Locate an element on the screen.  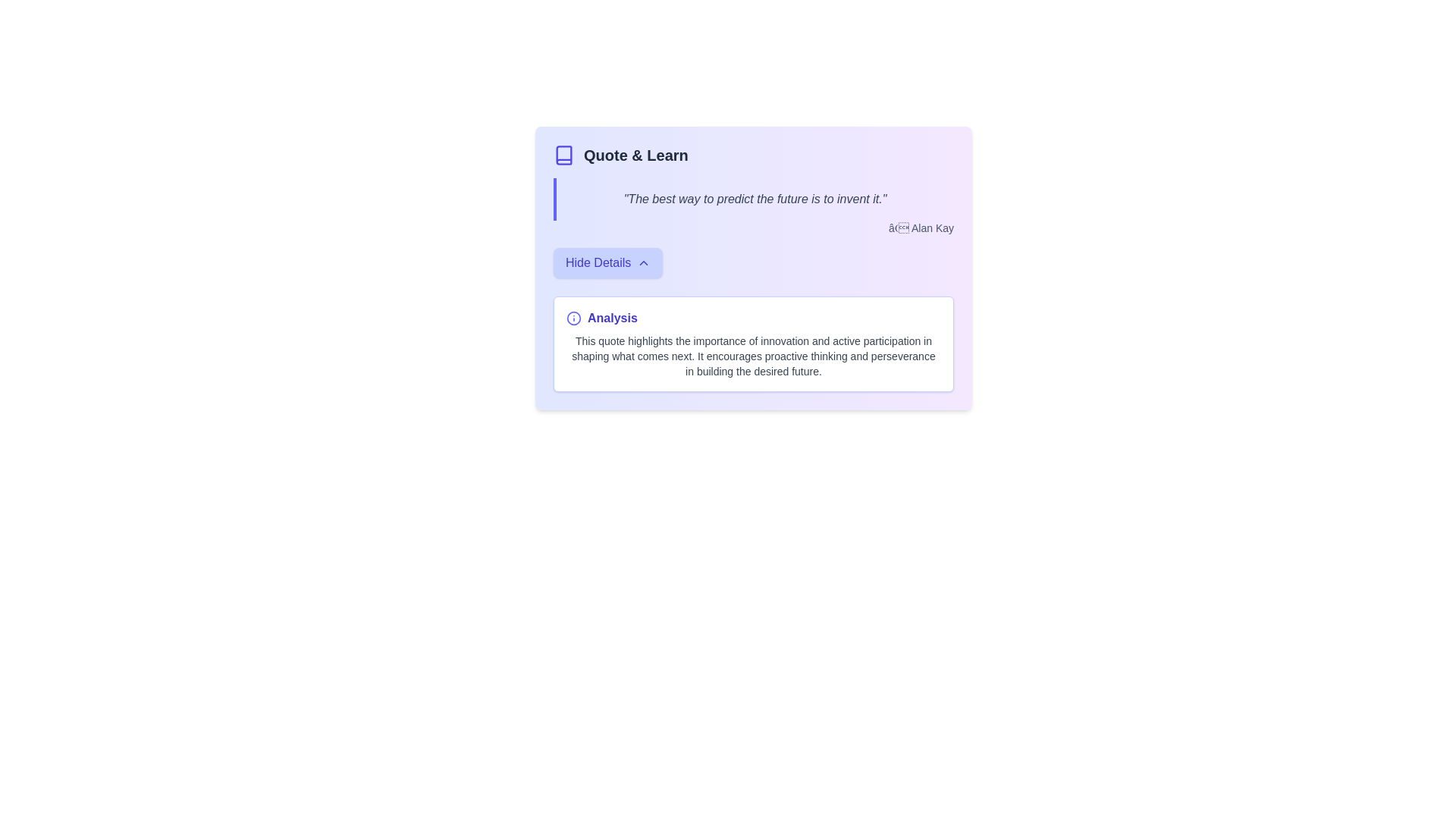
the small circular icon with an 'i' symbol inside, which is styled with a thin blue outline and a white background, located in the upper-left corner of the 'Analysis' section is located at coordinates (573, 318).